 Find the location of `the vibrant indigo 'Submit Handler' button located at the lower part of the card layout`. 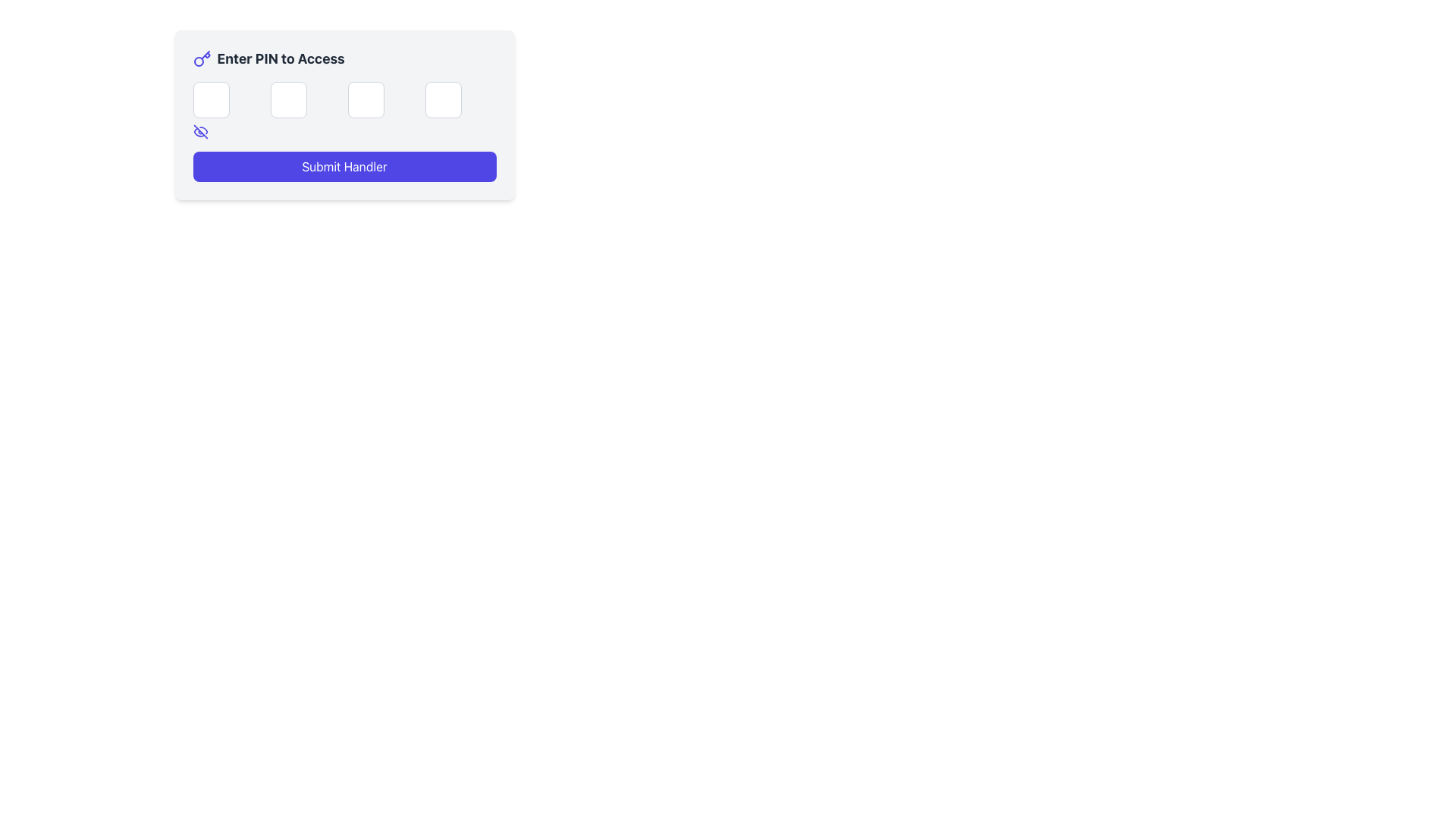

the vibrant indigo 'Submit Handler' button located at the lower part of the card layout is located at coordinates (344, 166).